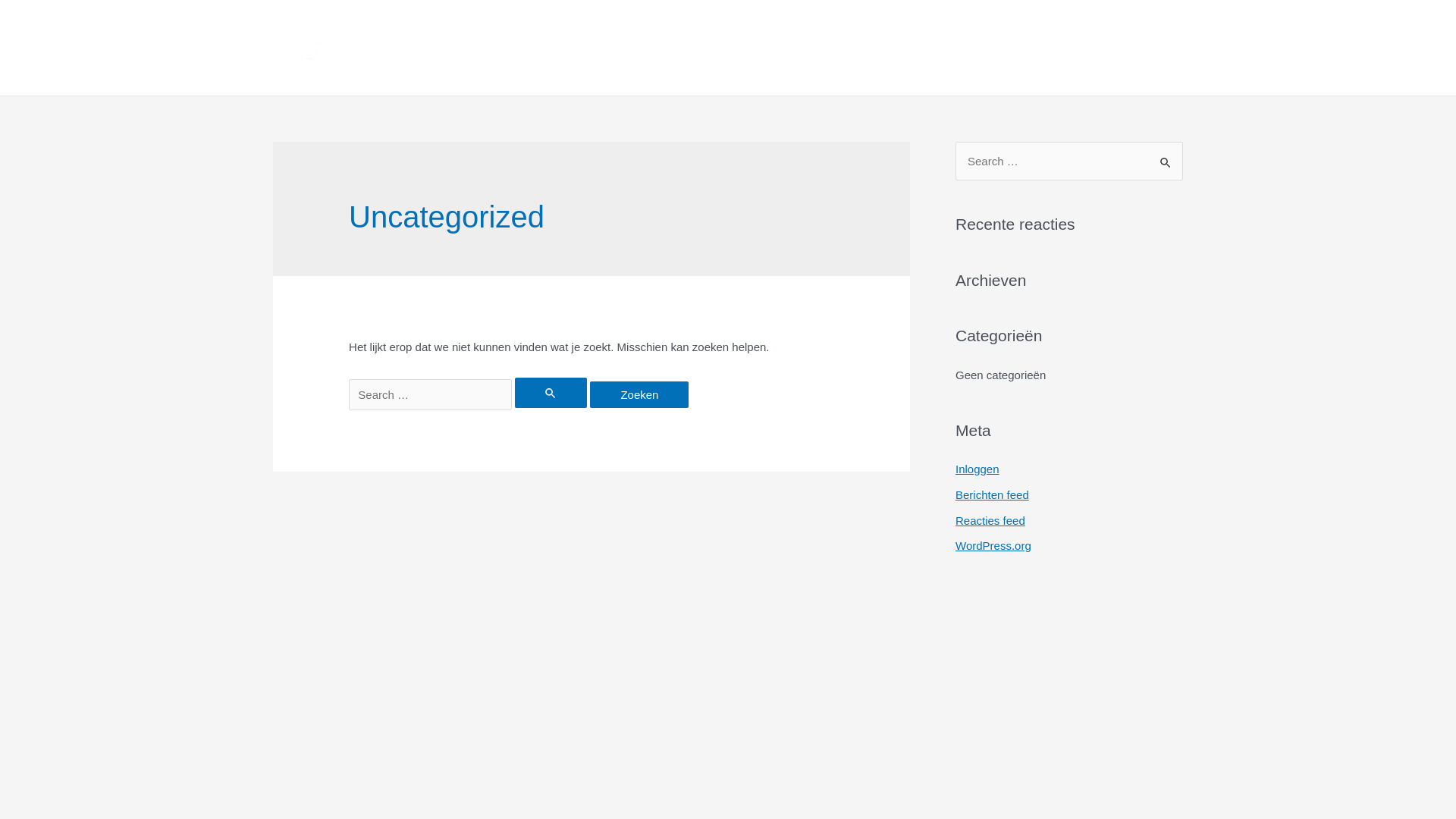 The height and width of the screenshot is (819, 1456). I want to click on 'Inloggen', so click(977, 468).